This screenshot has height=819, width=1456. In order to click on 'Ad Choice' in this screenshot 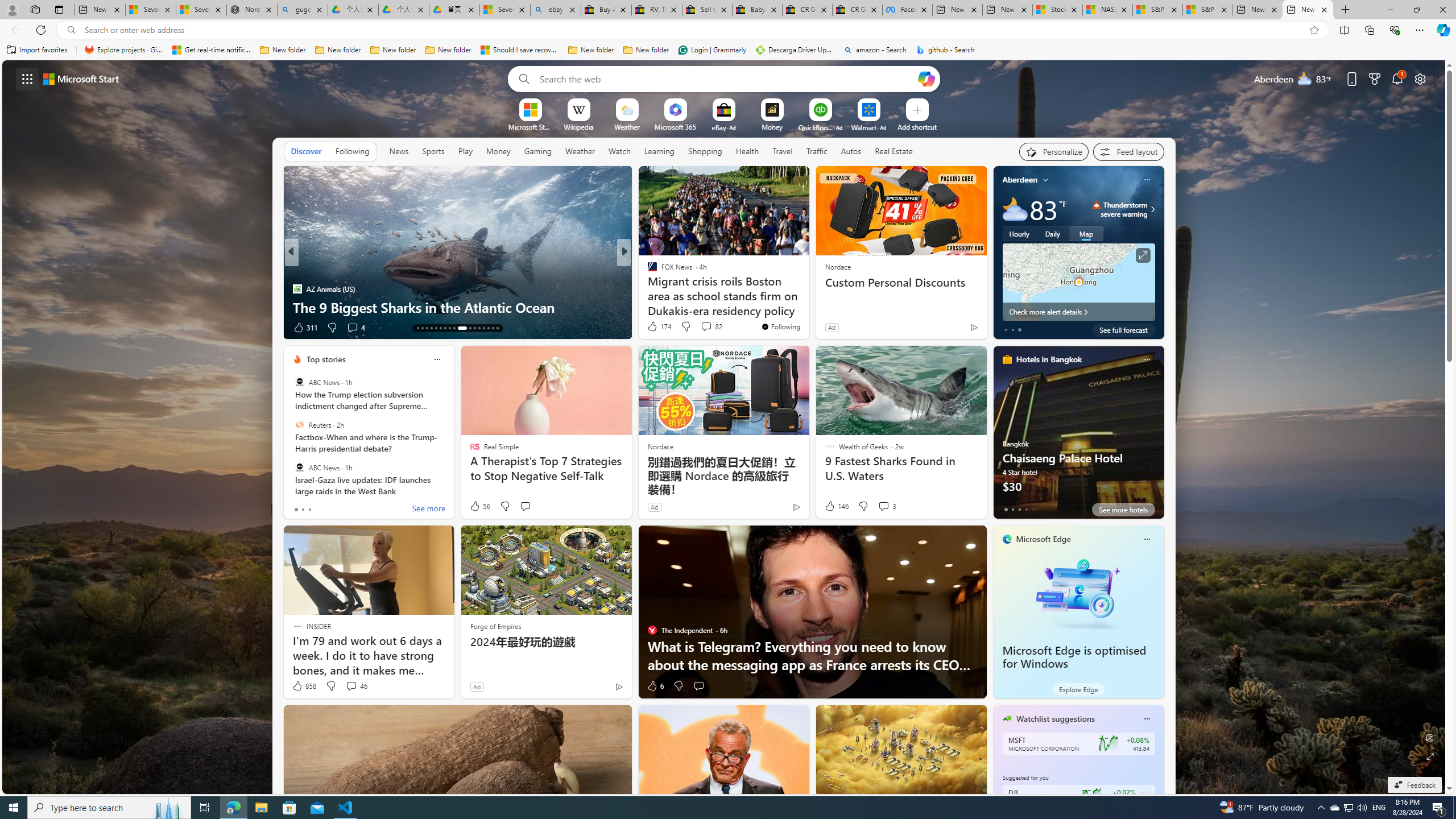, I will do `click(619, 686)`.